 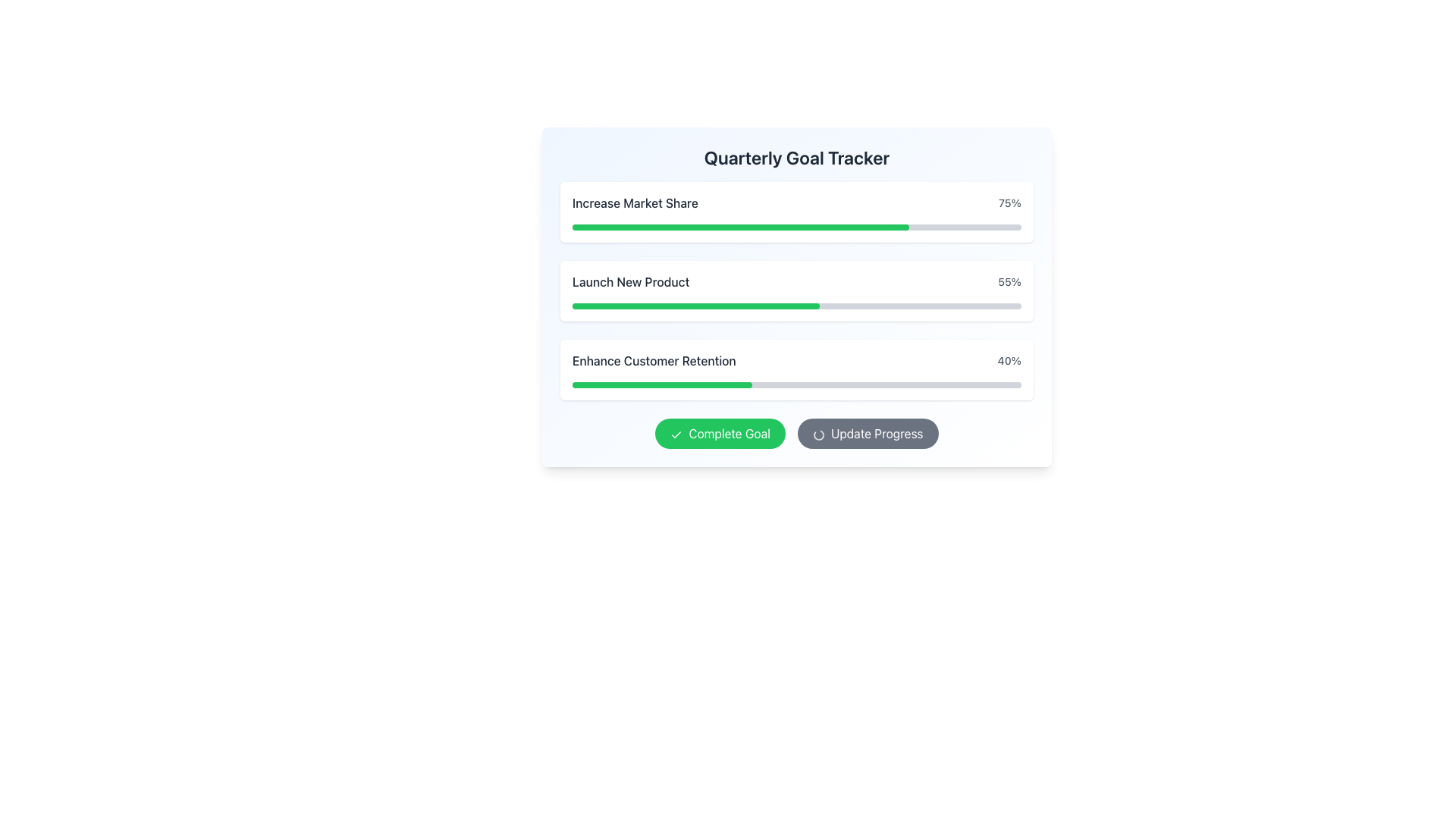 What do you see at coordinates (796, 370) in the screenshot?
I see `the Progress tracker card representing the goal 'Enhance Customer Retention', which is the third entry in a vertical stack of goals, located between 'Launch New Product - 55%' and the action buttons` at bounding box center [796, 370].